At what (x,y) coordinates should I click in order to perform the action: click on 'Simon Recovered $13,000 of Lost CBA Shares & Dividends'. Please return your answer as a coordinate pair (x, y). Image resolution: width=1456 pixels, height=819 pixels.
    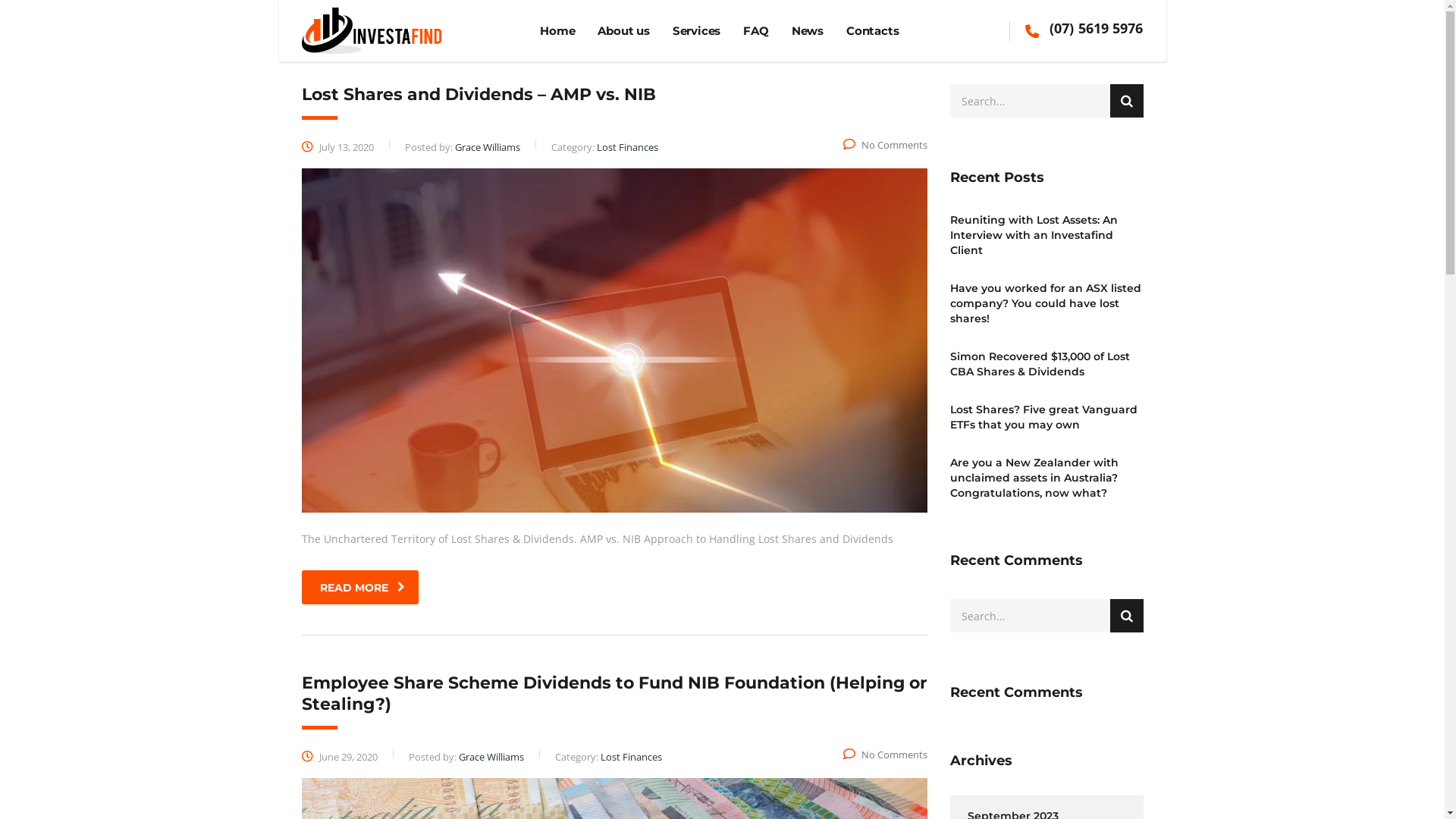
    Looking at the image, I should click on (1045, 363).